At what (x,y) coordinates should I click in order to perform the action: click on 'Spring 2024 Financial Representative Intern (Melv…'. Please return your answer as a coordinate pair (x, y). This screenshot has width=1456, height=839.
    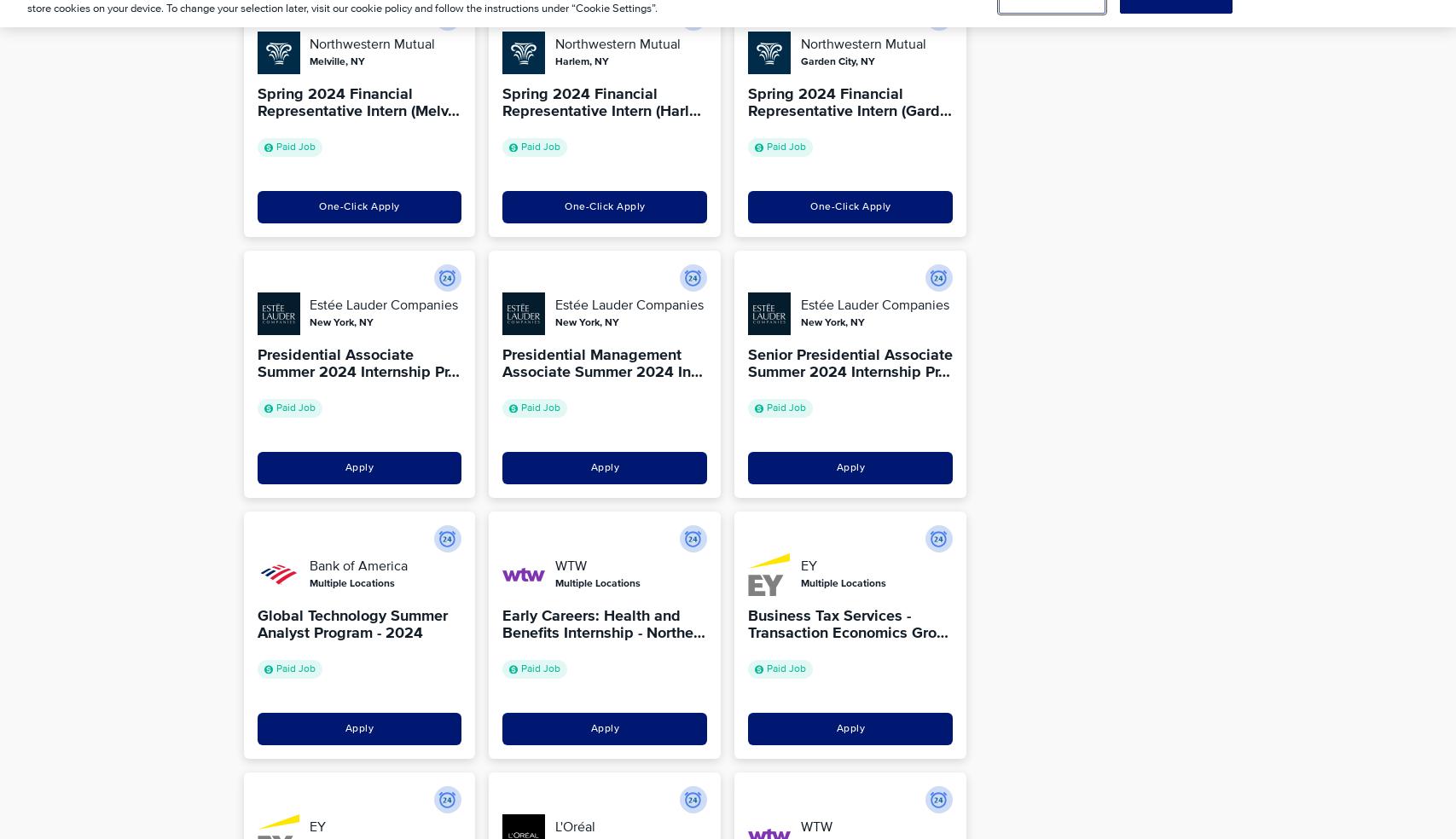
    Looking at the image, I should click on (357, 101).